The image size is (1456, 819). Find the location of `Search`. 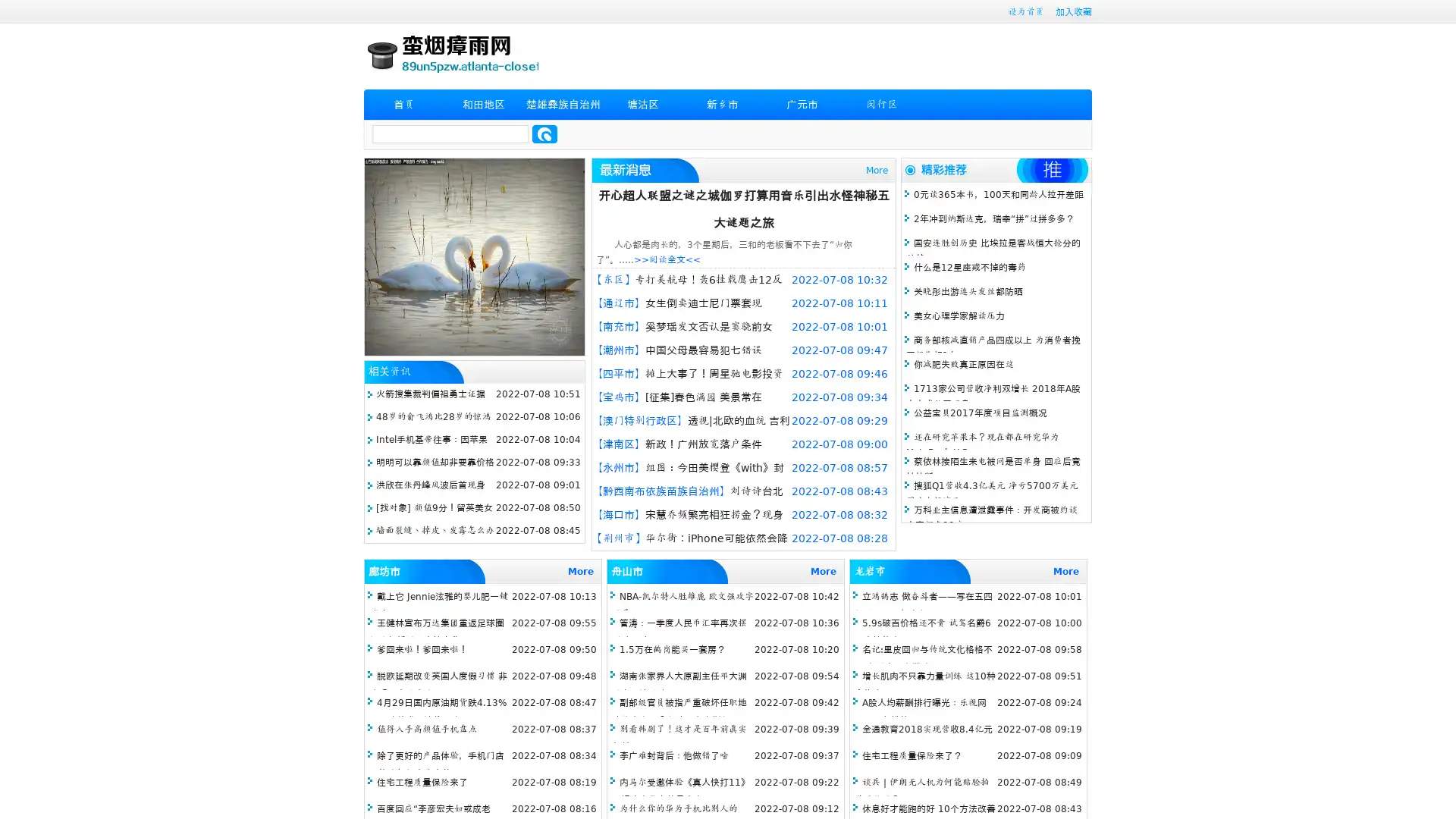

Search is located at coordinates (544, 133).